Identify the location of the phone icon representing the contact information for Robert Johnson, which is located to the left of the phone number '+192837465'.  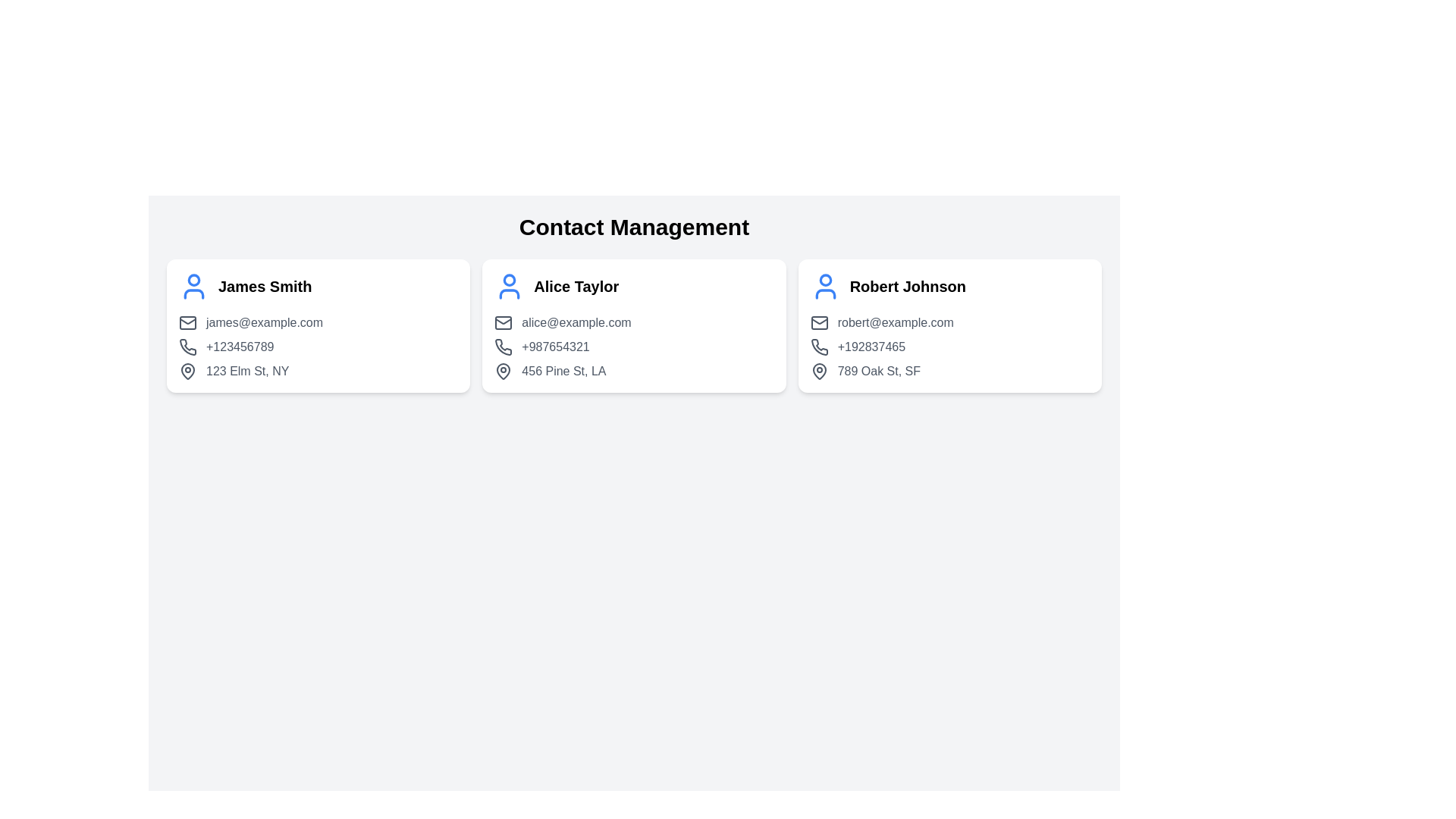
(818, 347).